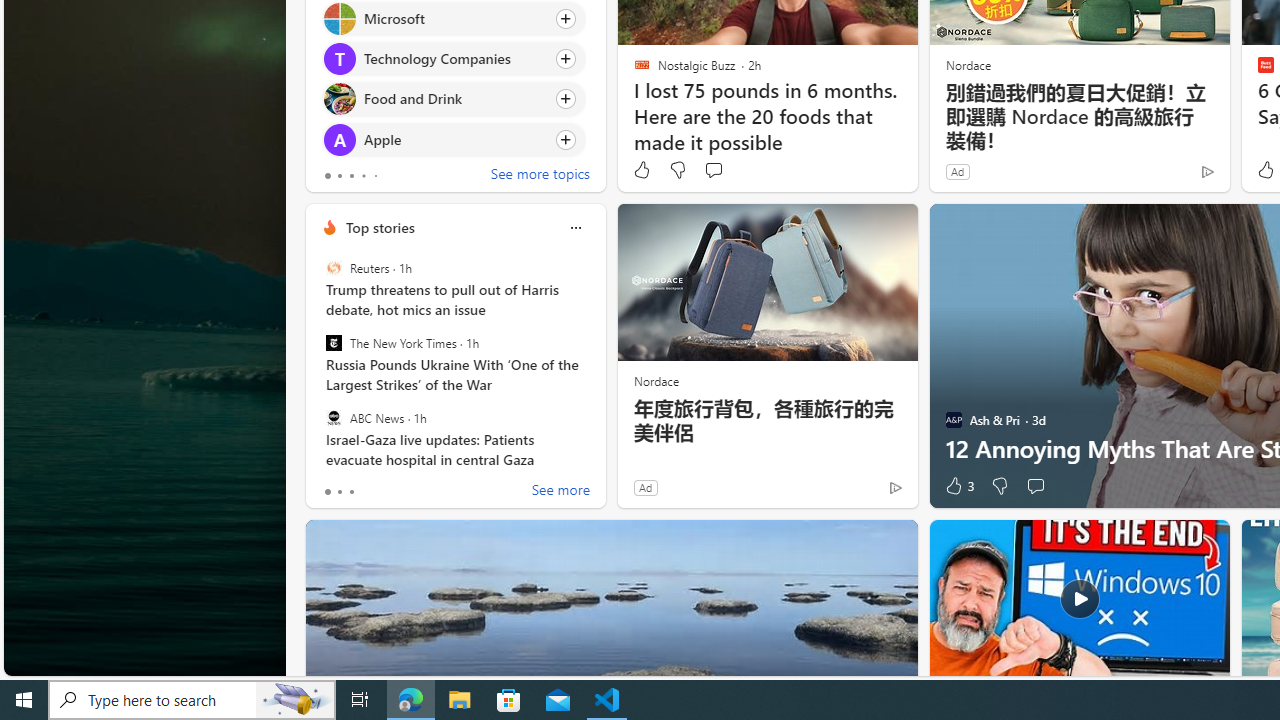  Describe the element at coordinates (339, 492) in the screenshot. I see `'tab-1'` at that location.